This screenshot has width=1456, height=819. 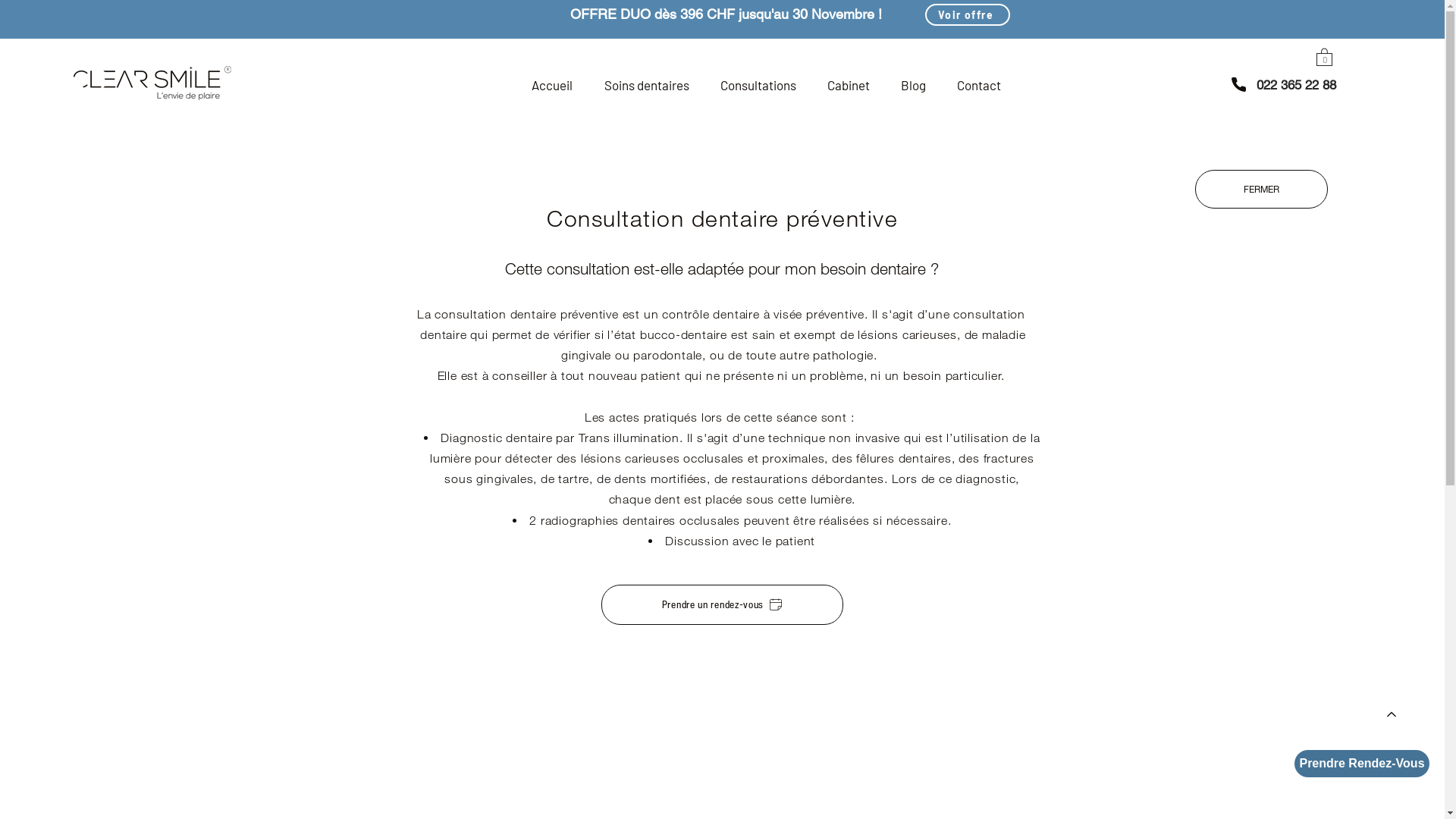 I want to click on '0', so click(x=1323, y=55).